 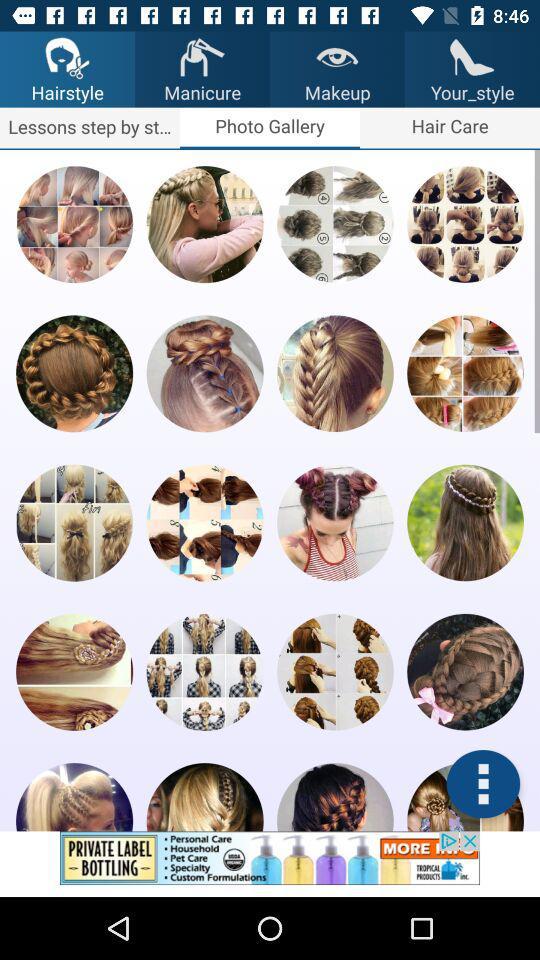 I want to click on hair colouring page, so click(x=335, y=672).